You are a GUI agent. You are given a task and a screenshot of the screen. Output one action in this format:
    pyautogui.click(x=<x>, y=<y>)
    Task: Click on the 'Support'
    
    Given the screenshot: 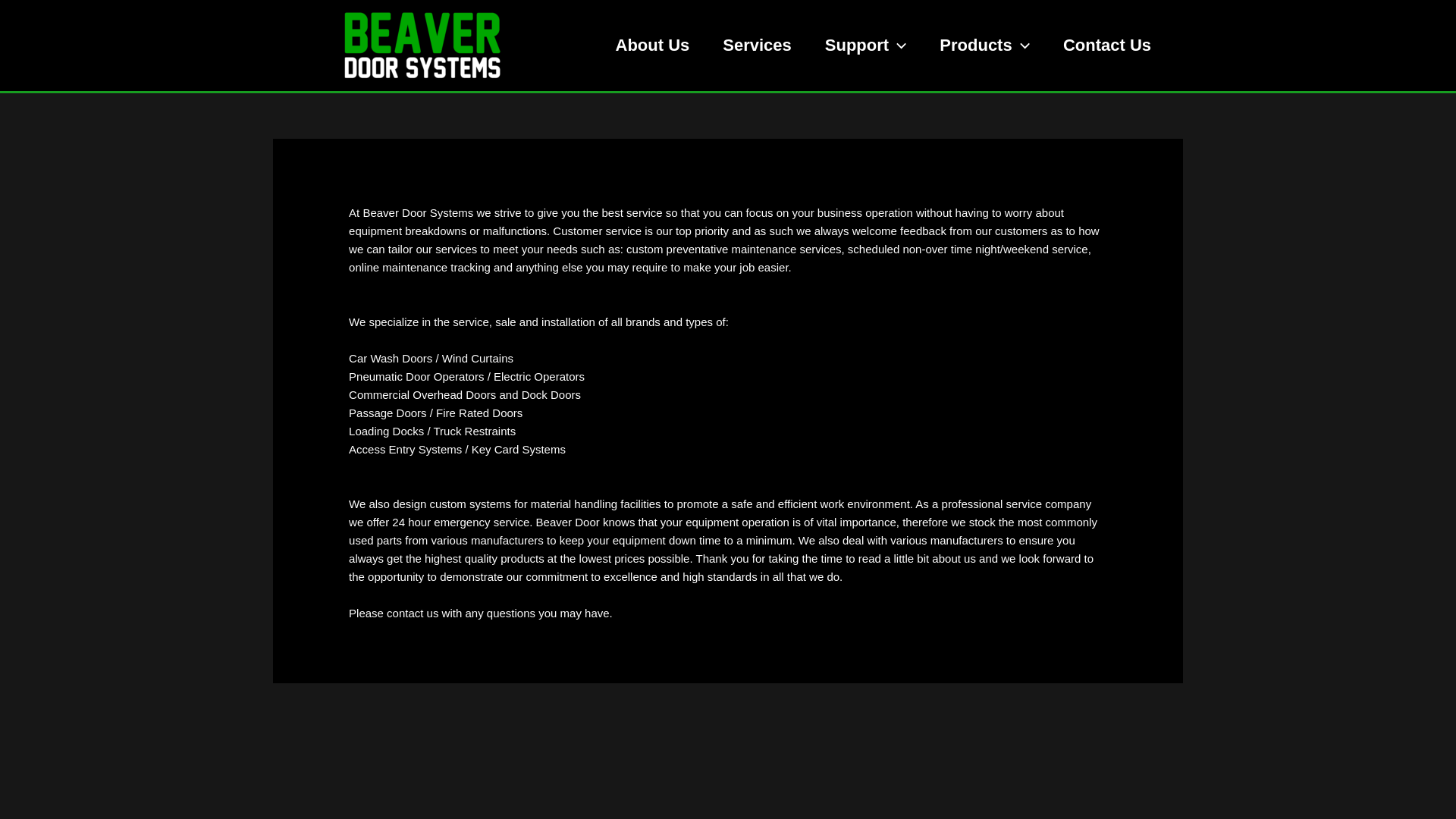 What is the action you would take?
    pyautogui.click(x=866, y=45)
    